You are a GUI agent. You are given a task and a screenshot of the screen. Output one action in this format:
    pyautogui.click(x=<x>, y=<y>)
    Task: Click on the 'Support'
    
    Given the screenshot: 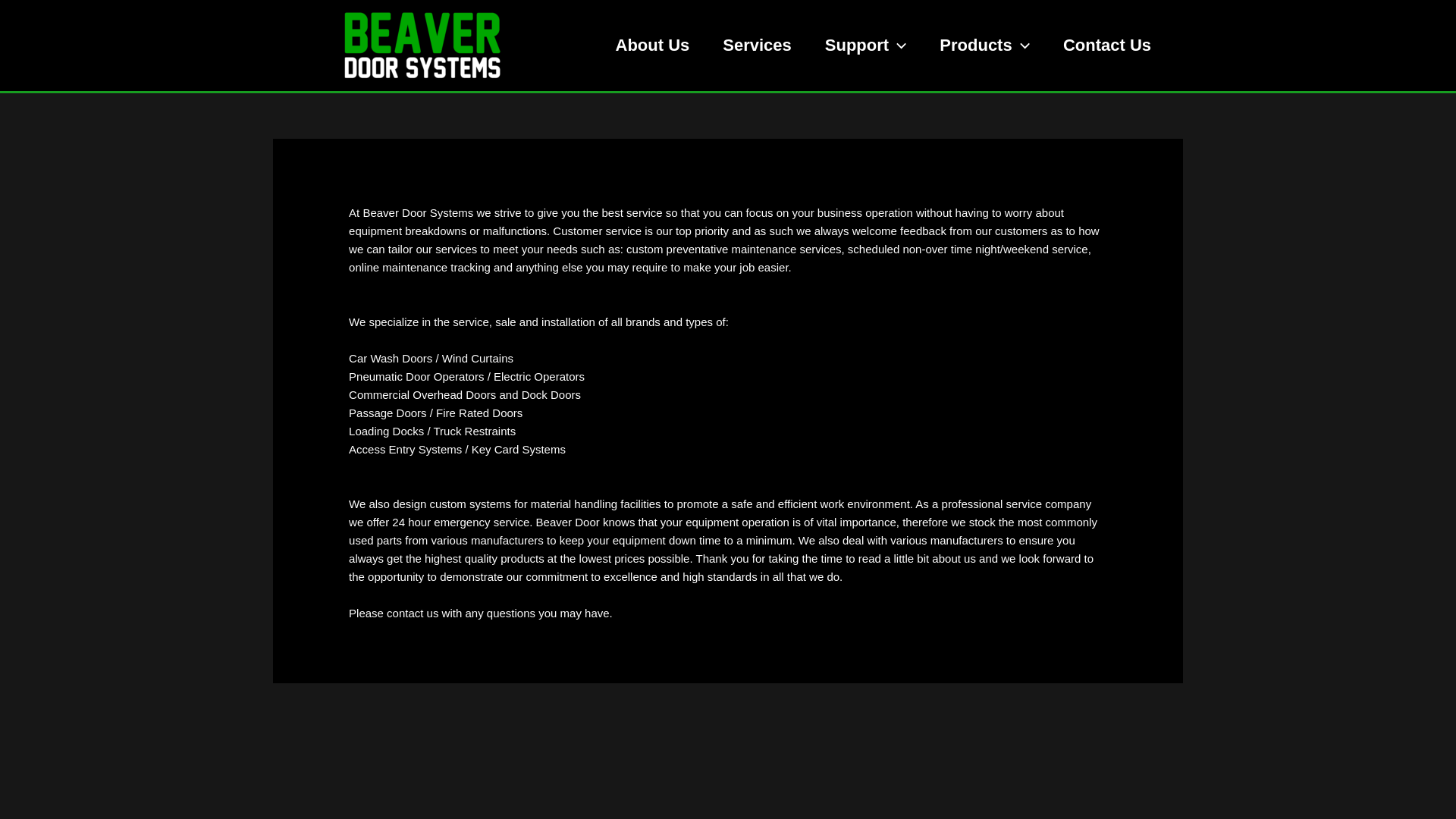 What is the action you would take?
    pyautogui.click(x=866, y=45)
    